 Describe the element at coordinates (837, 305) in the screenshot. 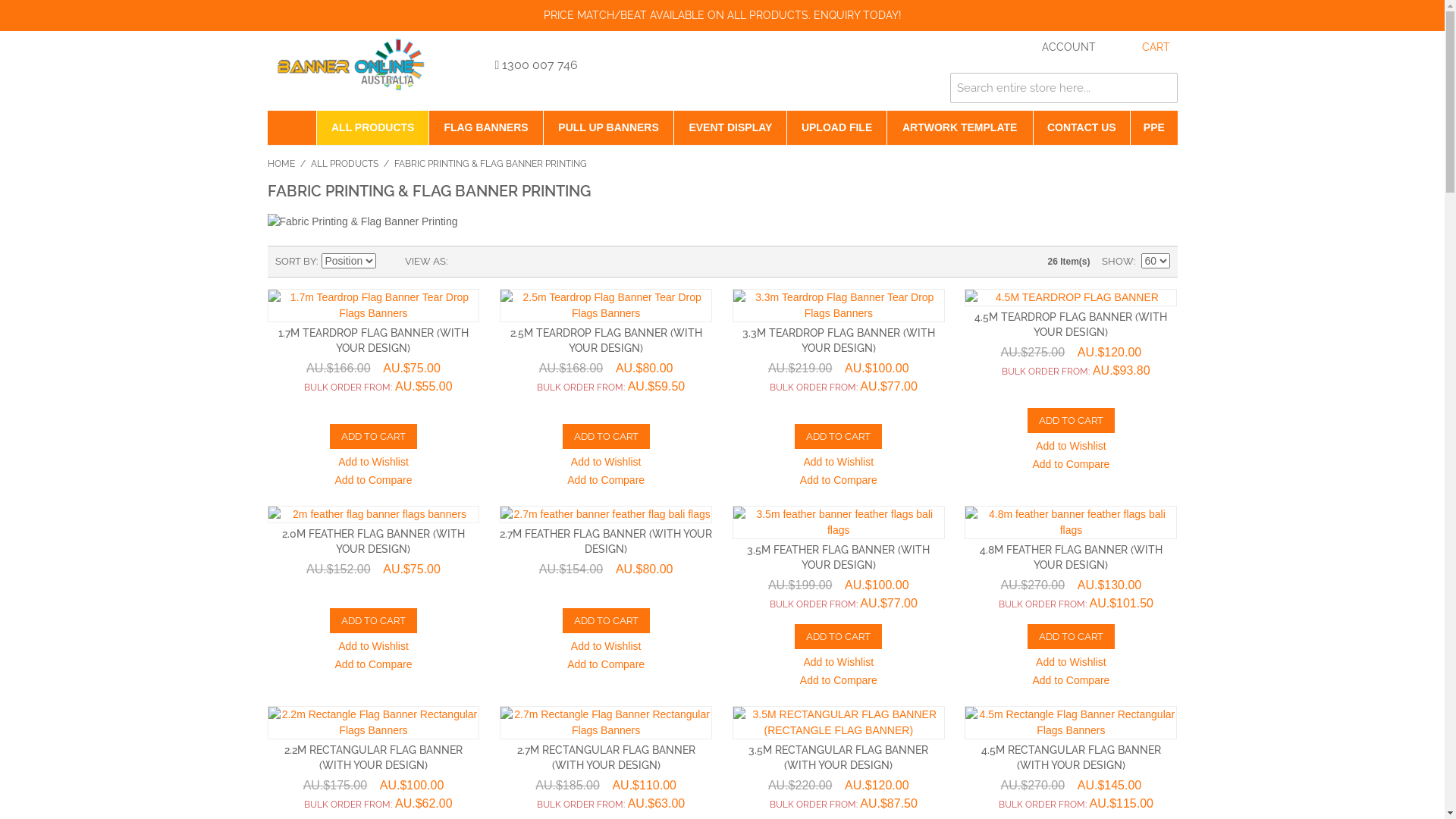

I see `'3.3m Teardrop Flag Banner Tear Drop Flags Banners'` at that location.